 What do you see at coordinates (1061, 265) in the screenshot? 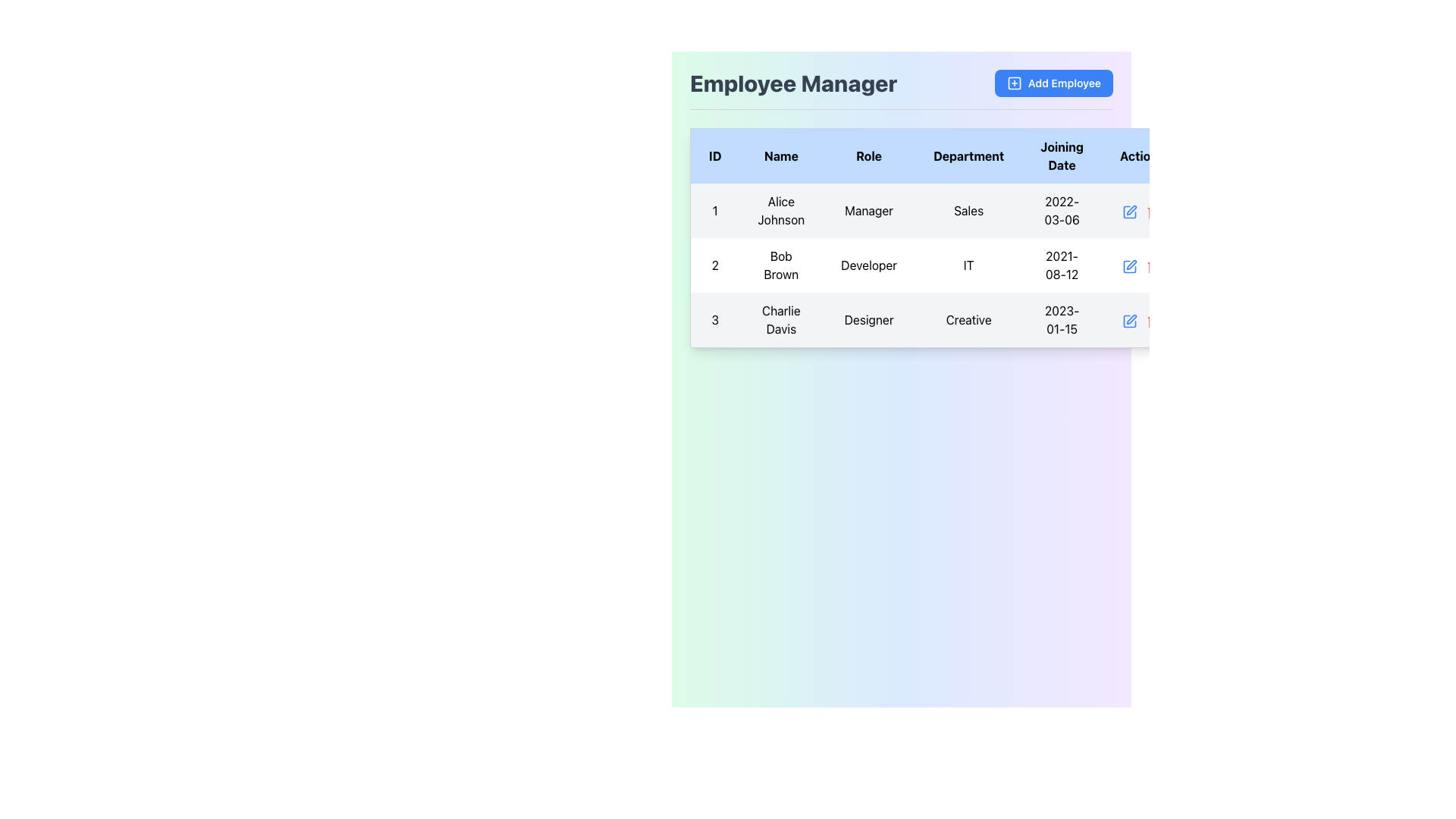
I see `the 'Joining Date' static text element displaying Bob Brown's joining date in the Employee Manager interface, located in the second row of the table` at bounding box center [1061, 265].